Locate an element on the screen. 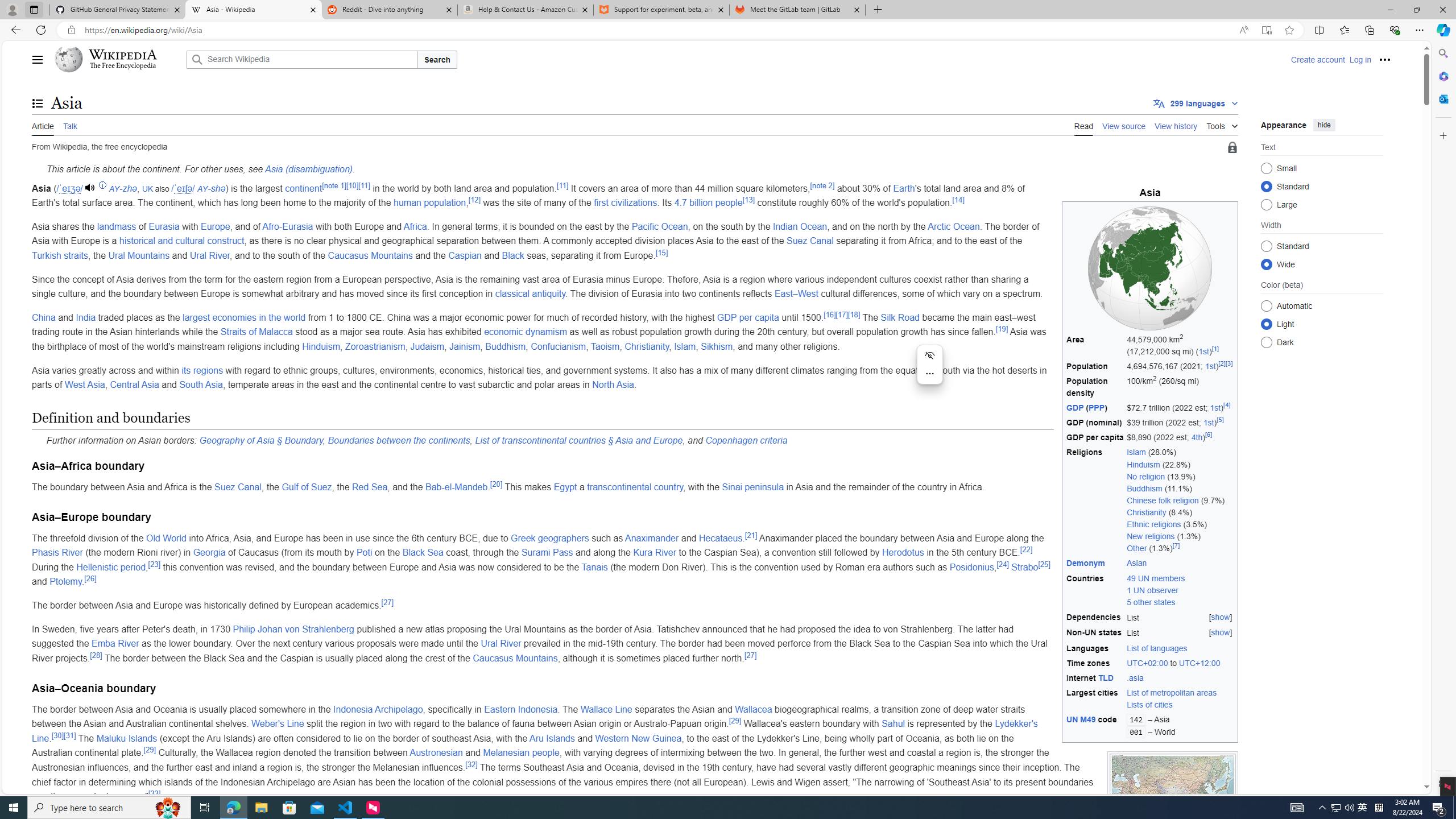 The image size is (1456, 819). 'Christianity' is located at coordinates (647, 346).